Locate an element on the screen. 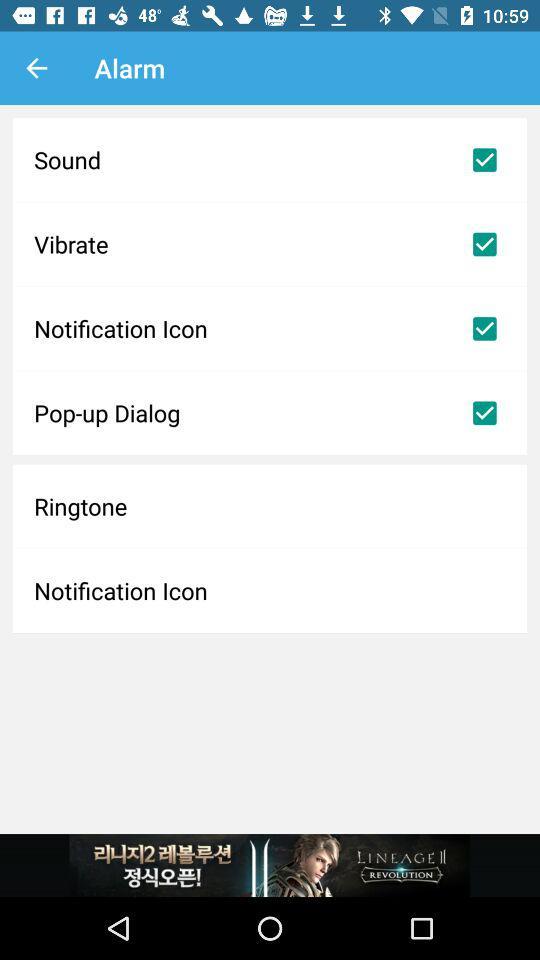  the item next to the alarm item is located at coordinates (36, 68).